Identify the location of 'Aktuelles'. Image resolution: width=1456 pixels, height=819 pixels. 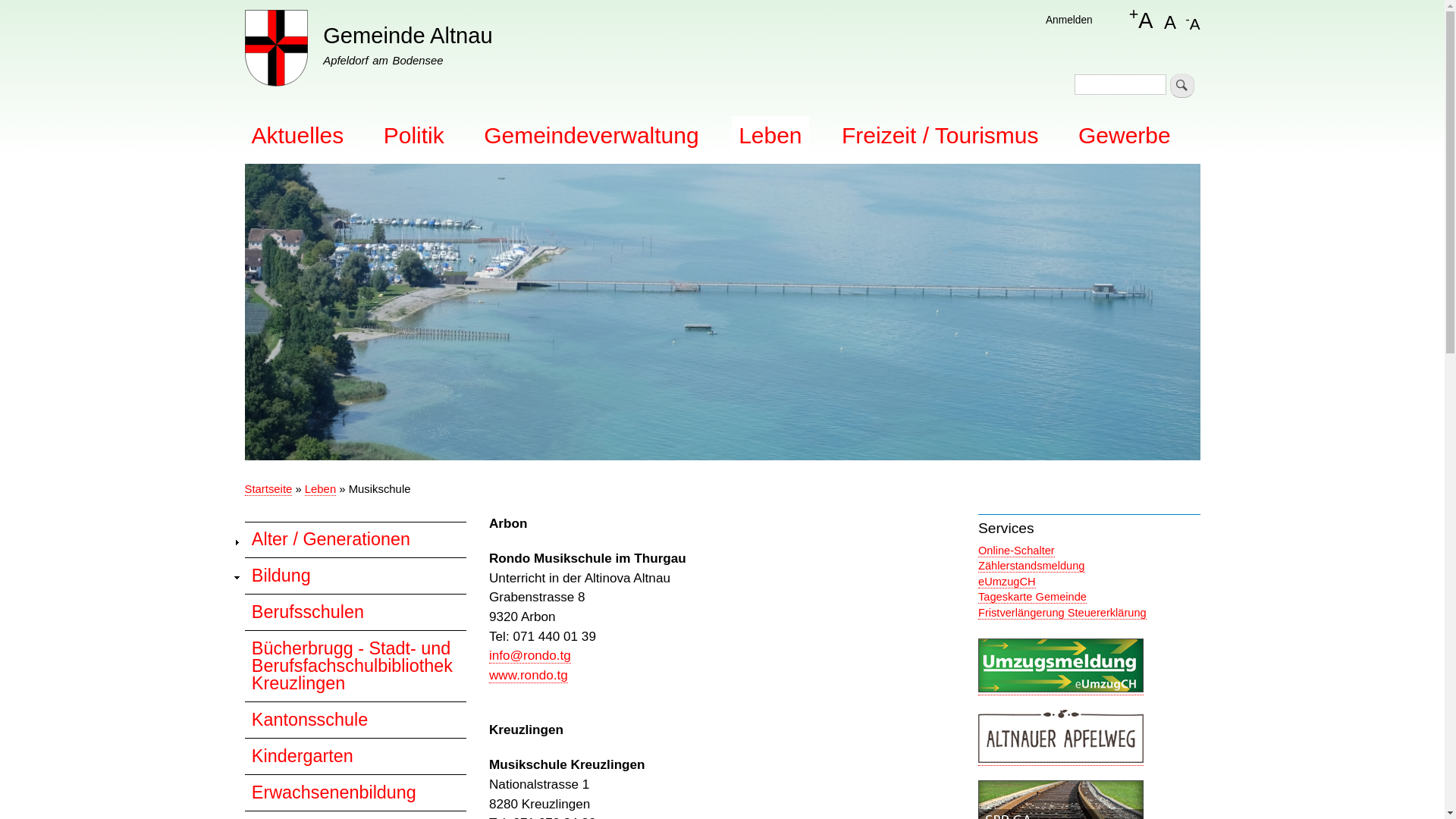
(297, 134).